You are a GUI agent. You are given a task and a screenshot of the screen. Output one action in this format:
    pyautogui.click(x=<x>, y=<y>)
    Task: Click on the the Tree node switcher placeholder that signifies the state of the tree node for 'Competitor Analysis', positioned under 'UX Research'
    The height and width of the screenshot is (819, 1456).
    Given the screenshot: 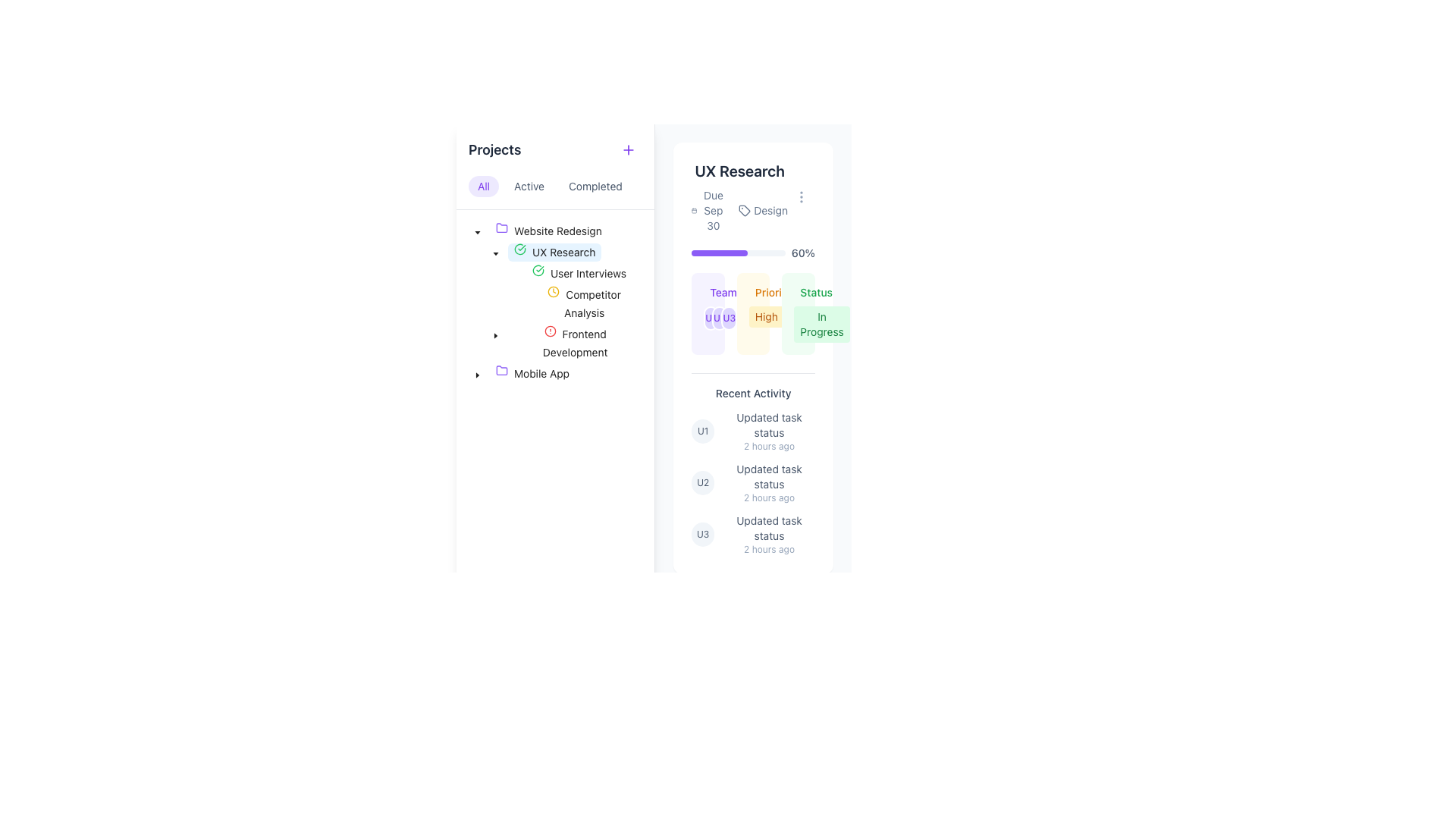 What is the action you would take?
    pyautogui.click(x=513, y=304)
    